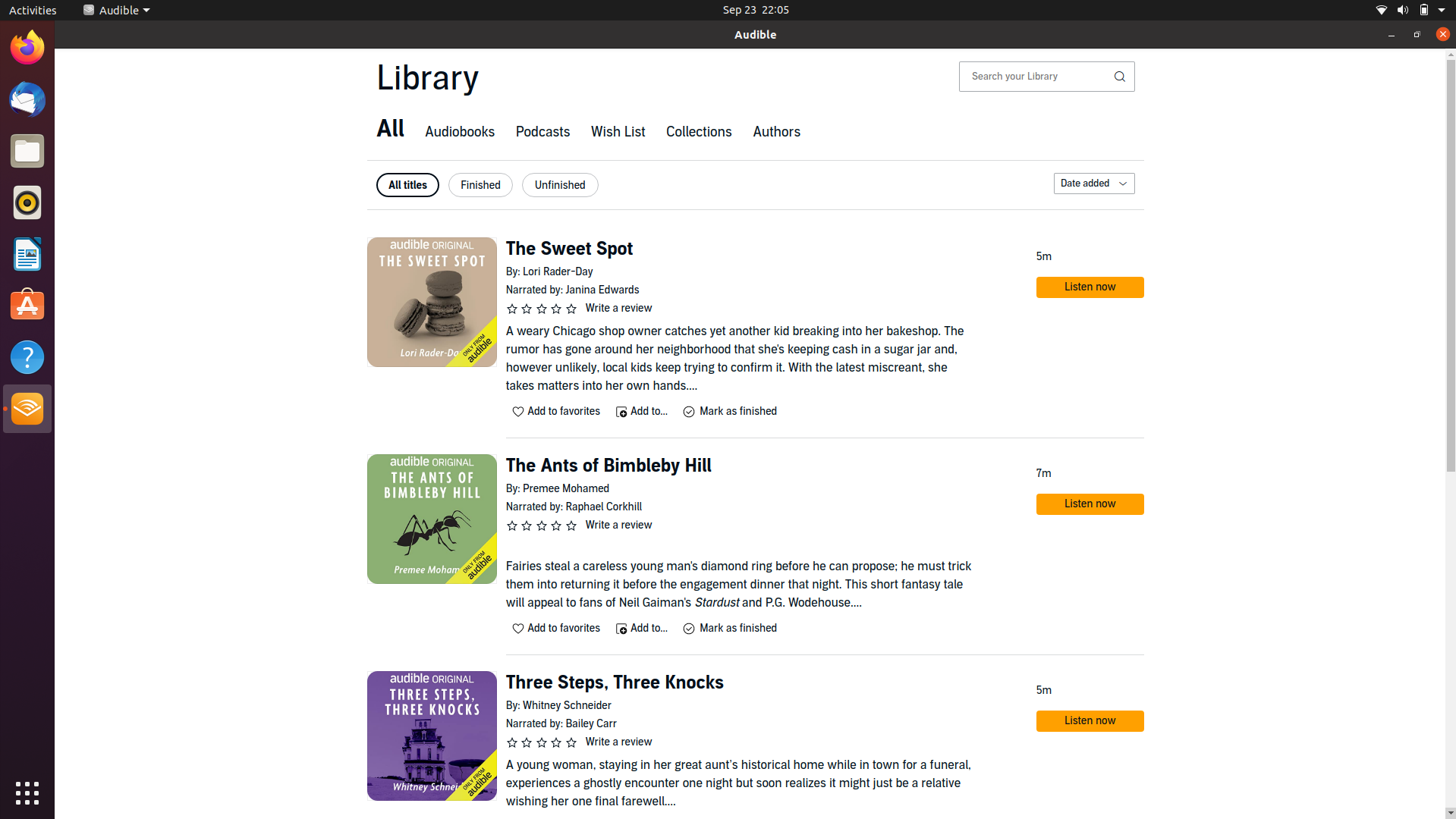  I want to click on Ubuntu market-place, so click(28, 304).